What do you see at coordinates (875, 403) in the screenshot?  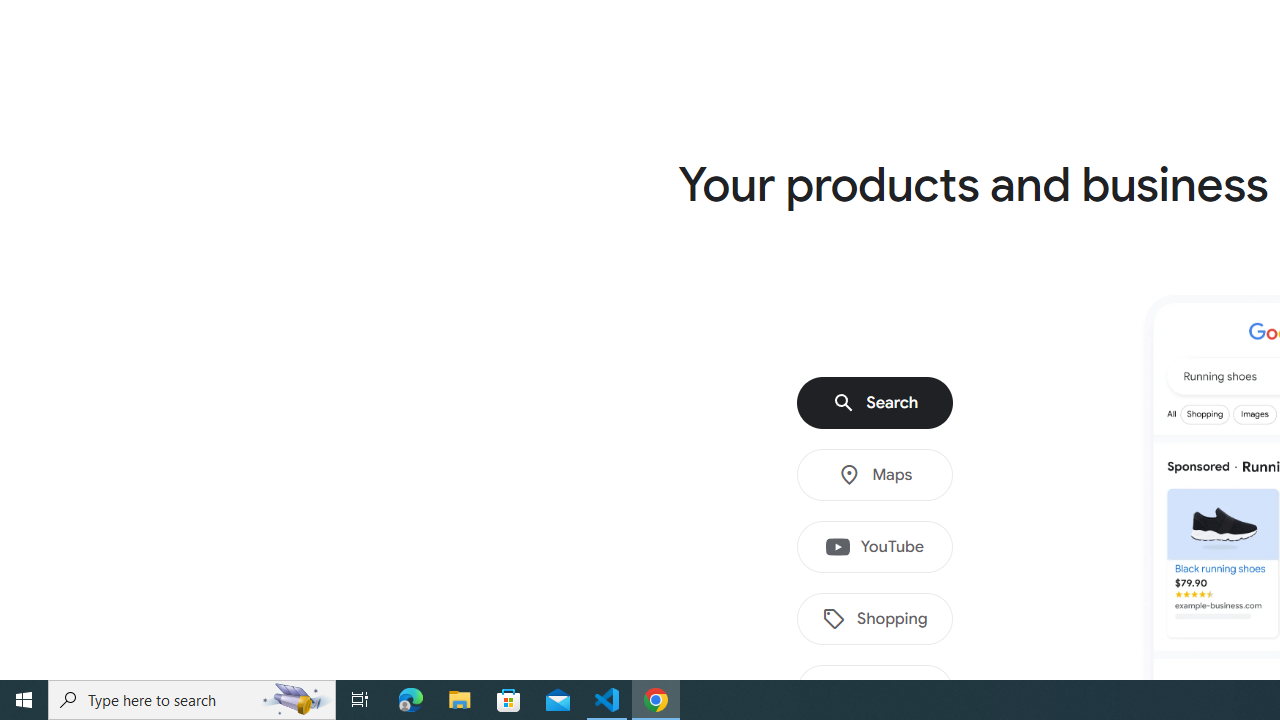 I see `'Search'` at bounding box center [875, 403].